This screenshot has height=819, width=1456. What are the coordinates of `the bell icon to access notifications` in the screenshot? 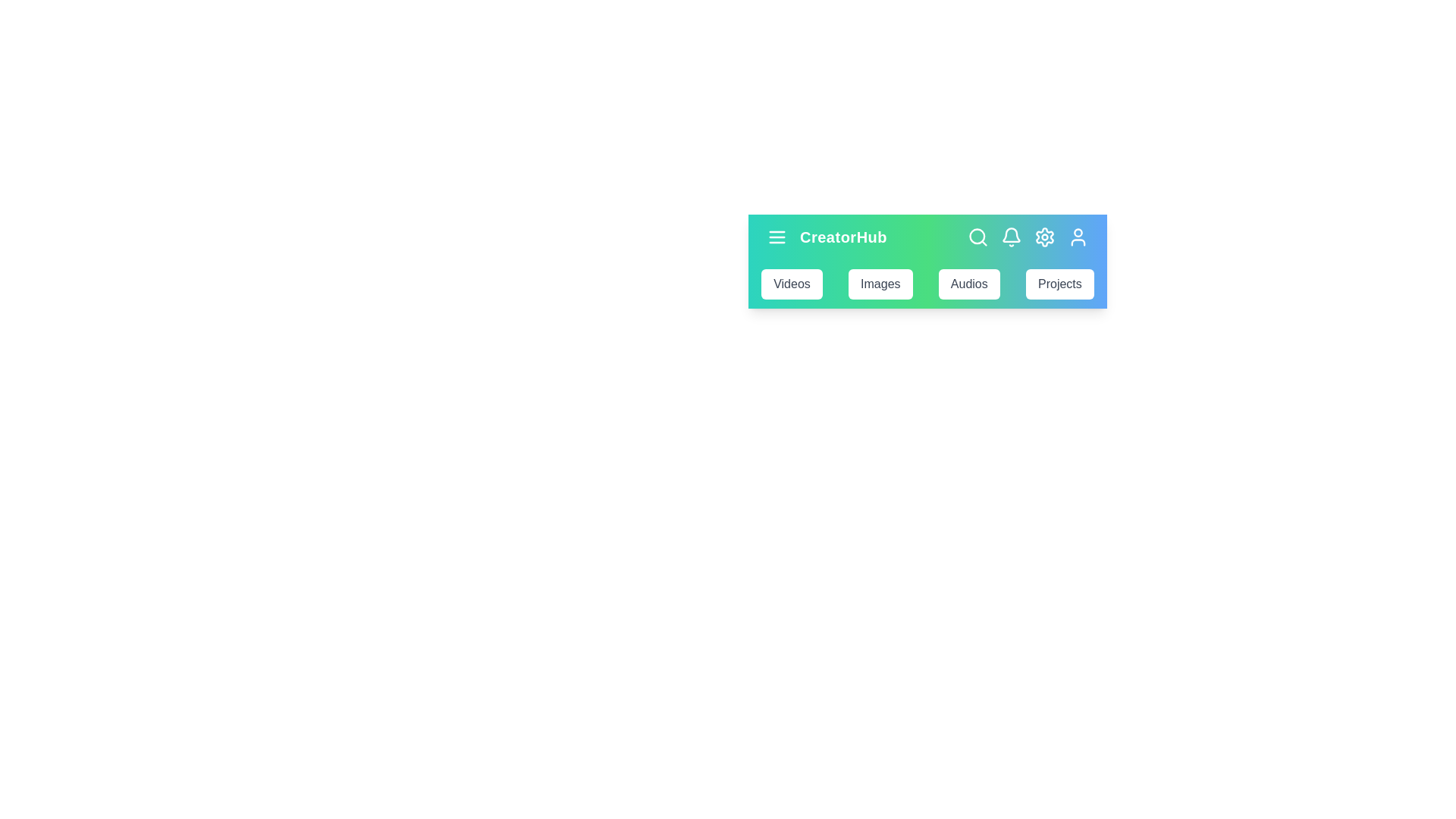 It's located at (1012, 237).